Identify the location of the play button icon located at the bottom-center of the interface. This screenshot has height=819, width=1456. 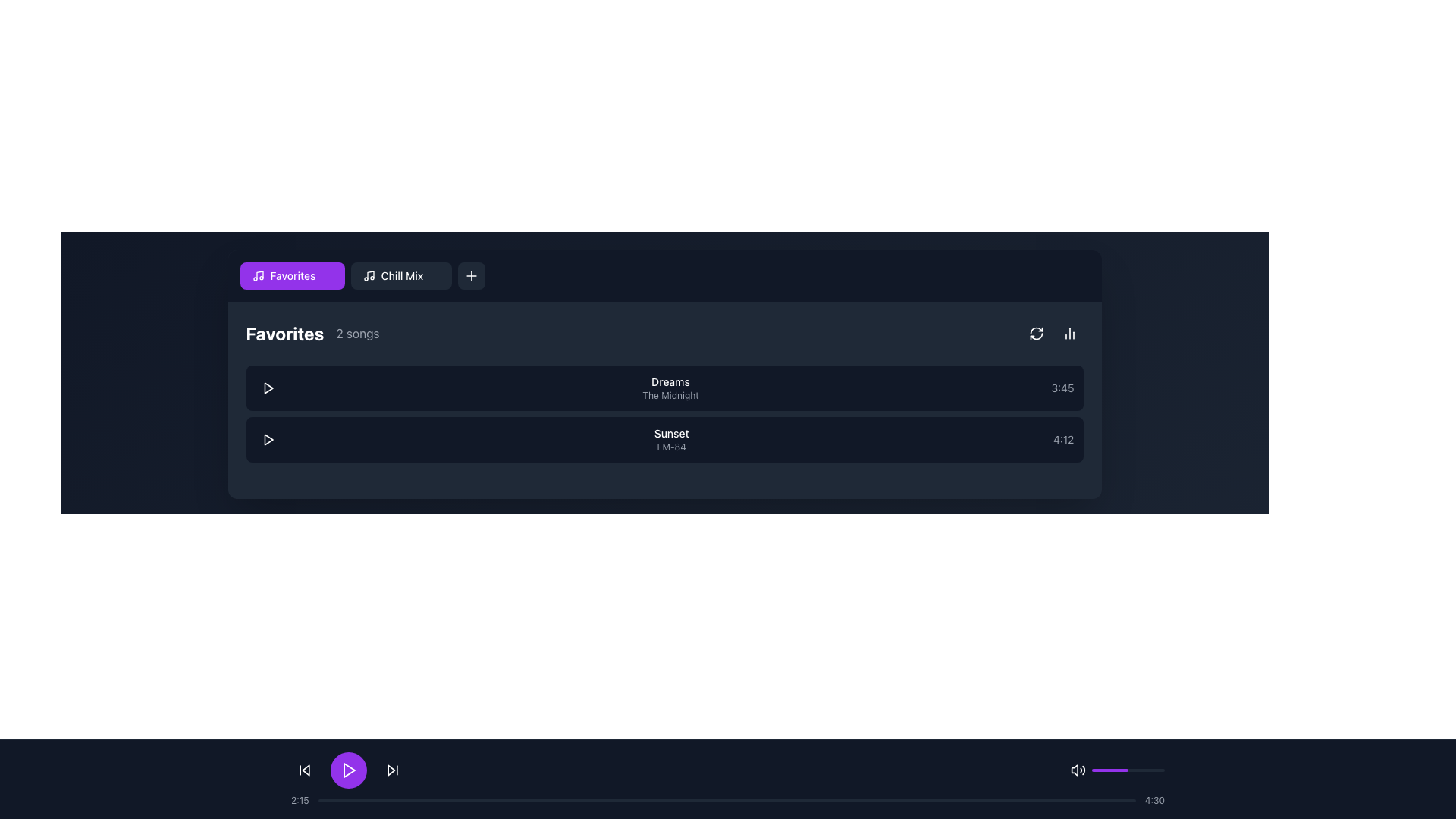
(348, 770).